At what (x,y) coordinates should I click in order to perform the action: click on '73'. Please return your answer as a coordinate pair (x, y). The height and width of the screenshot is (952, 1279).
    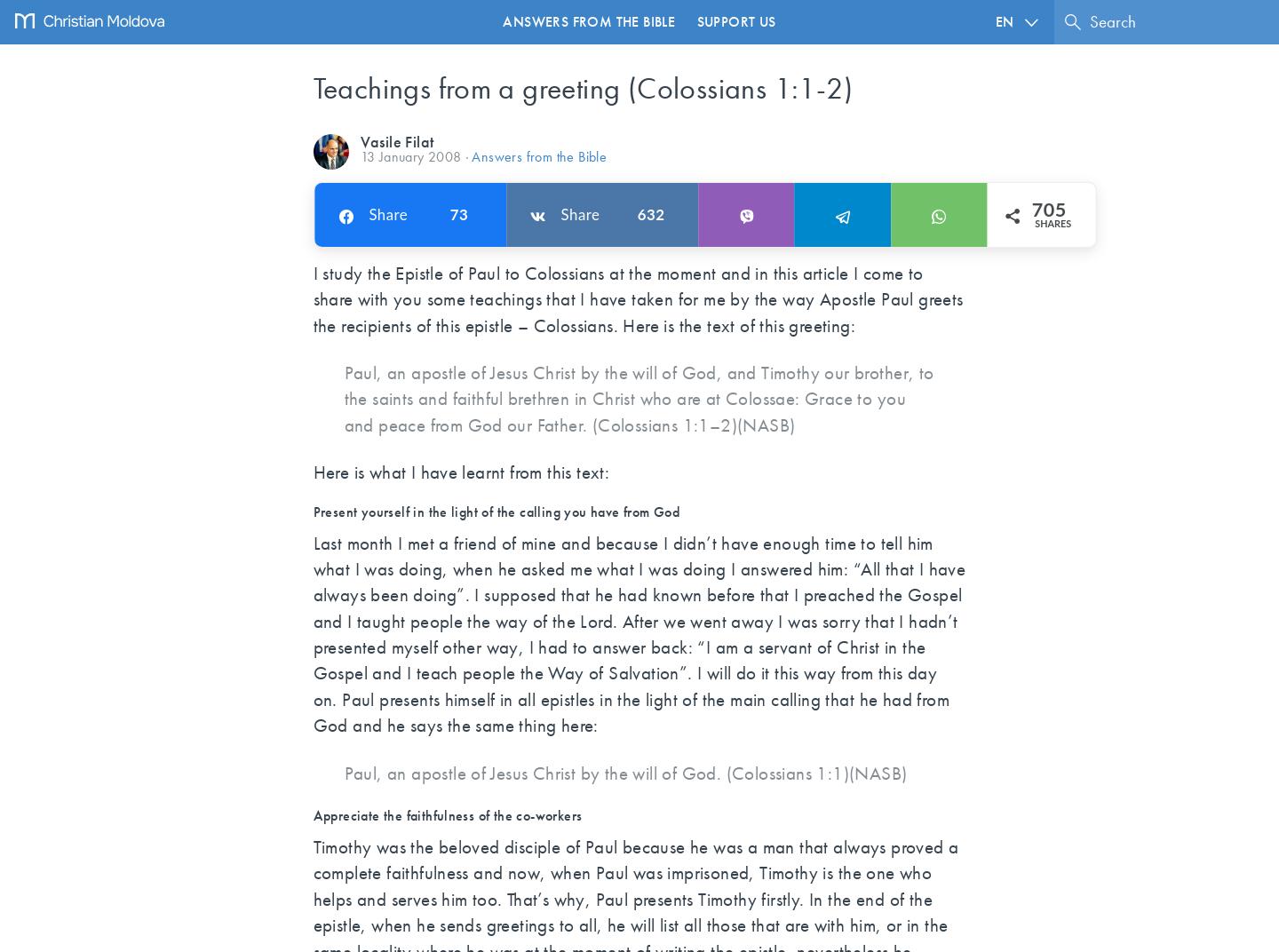
    Looking at the image, I should click on (449, 215).